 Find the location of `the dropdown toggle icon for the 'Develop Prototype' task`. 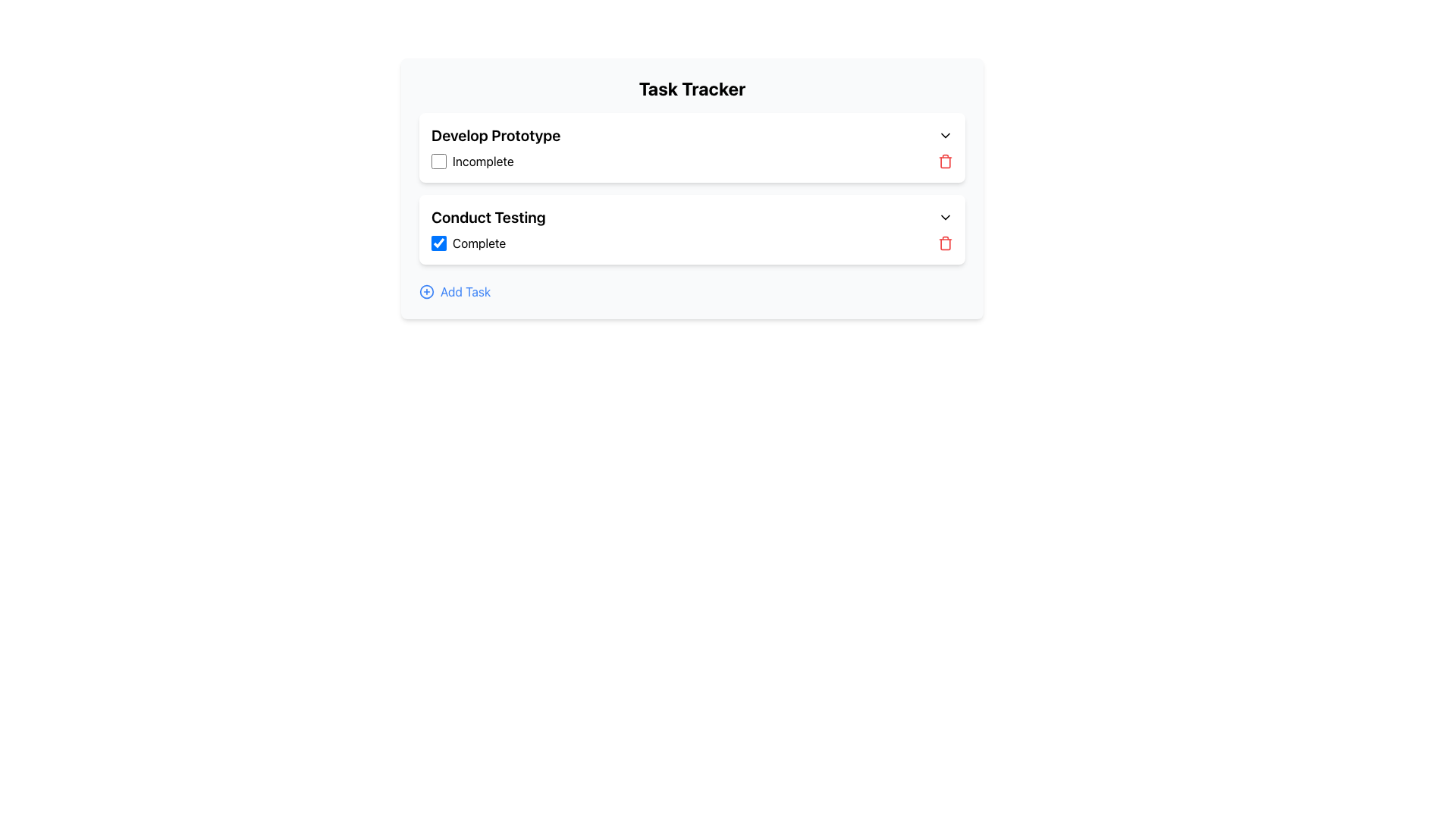

the dropdown toggle icon for the 'Develop Prototype' task is located at coordinates (945, 134).